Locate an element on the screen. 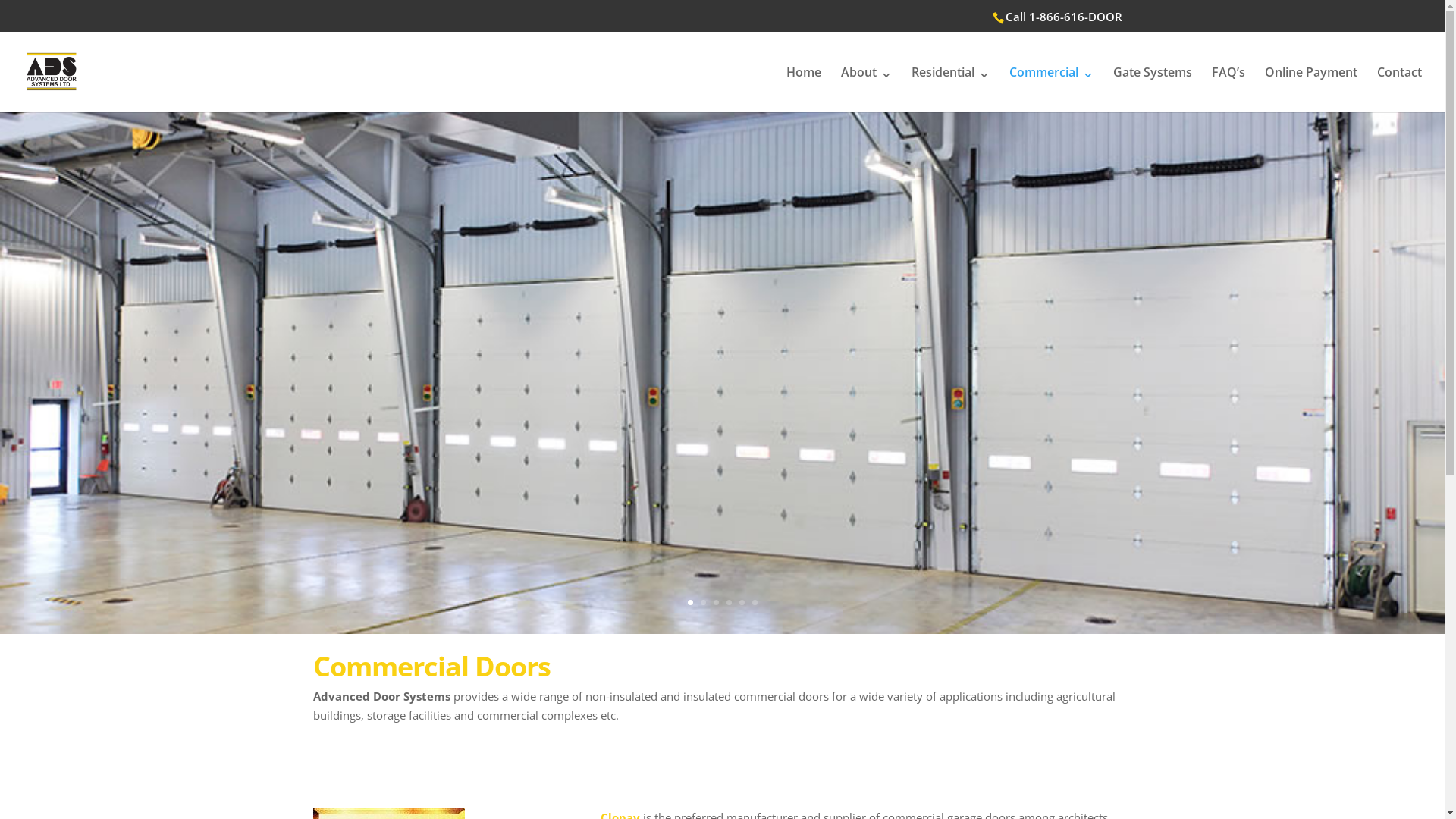 The height and width of the screenshot is (819, 1456). '1' is located at coordinates (689, 601).